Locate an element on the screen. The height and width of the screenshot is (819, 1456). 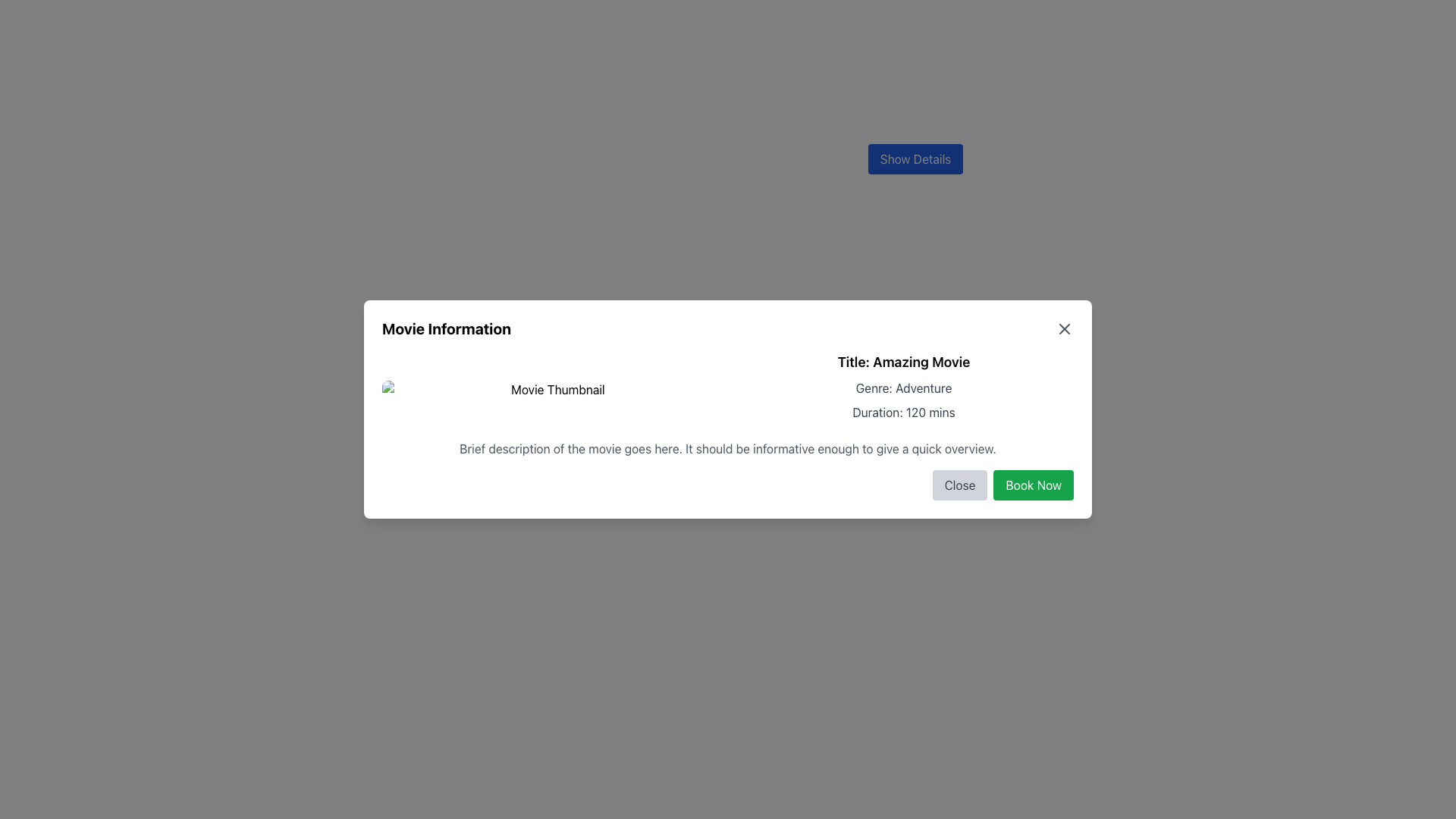
the blue rectangular button labeled 'Show Details' to observe the style change in the background color is located at coordinates (915, 158).